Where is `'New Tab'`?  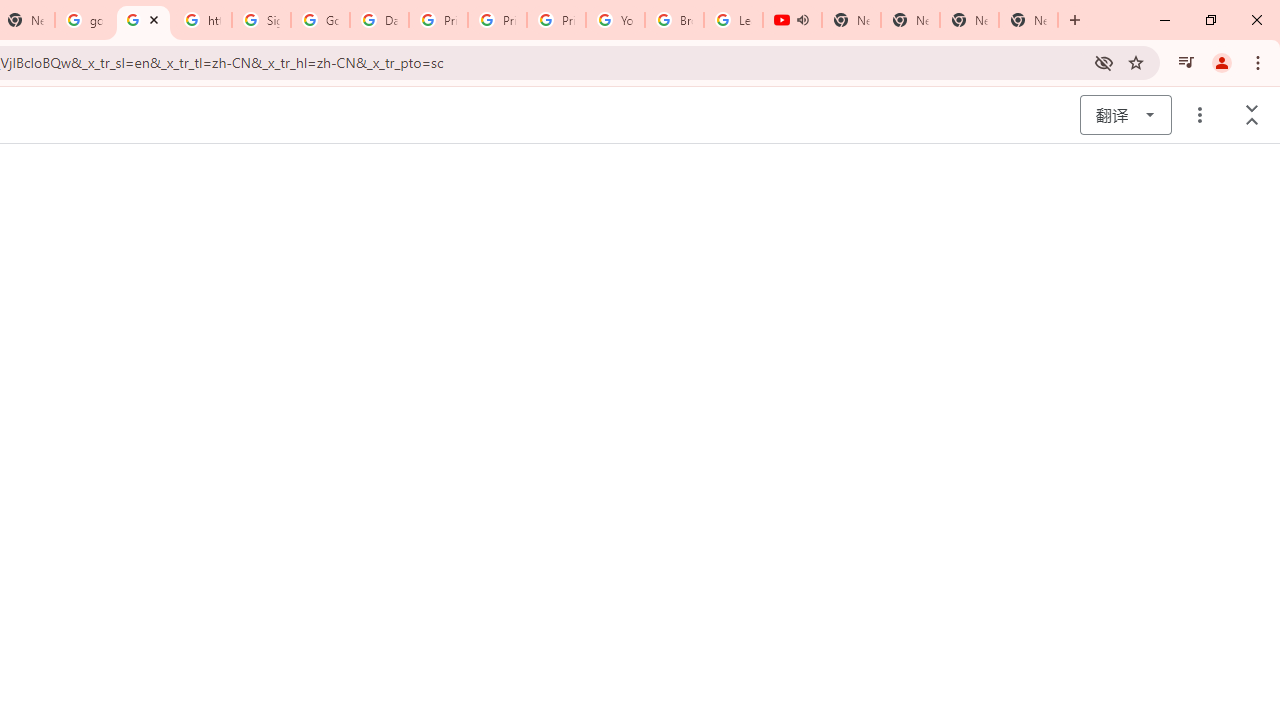 'New Tab' is located at coordinates (1028, 20).